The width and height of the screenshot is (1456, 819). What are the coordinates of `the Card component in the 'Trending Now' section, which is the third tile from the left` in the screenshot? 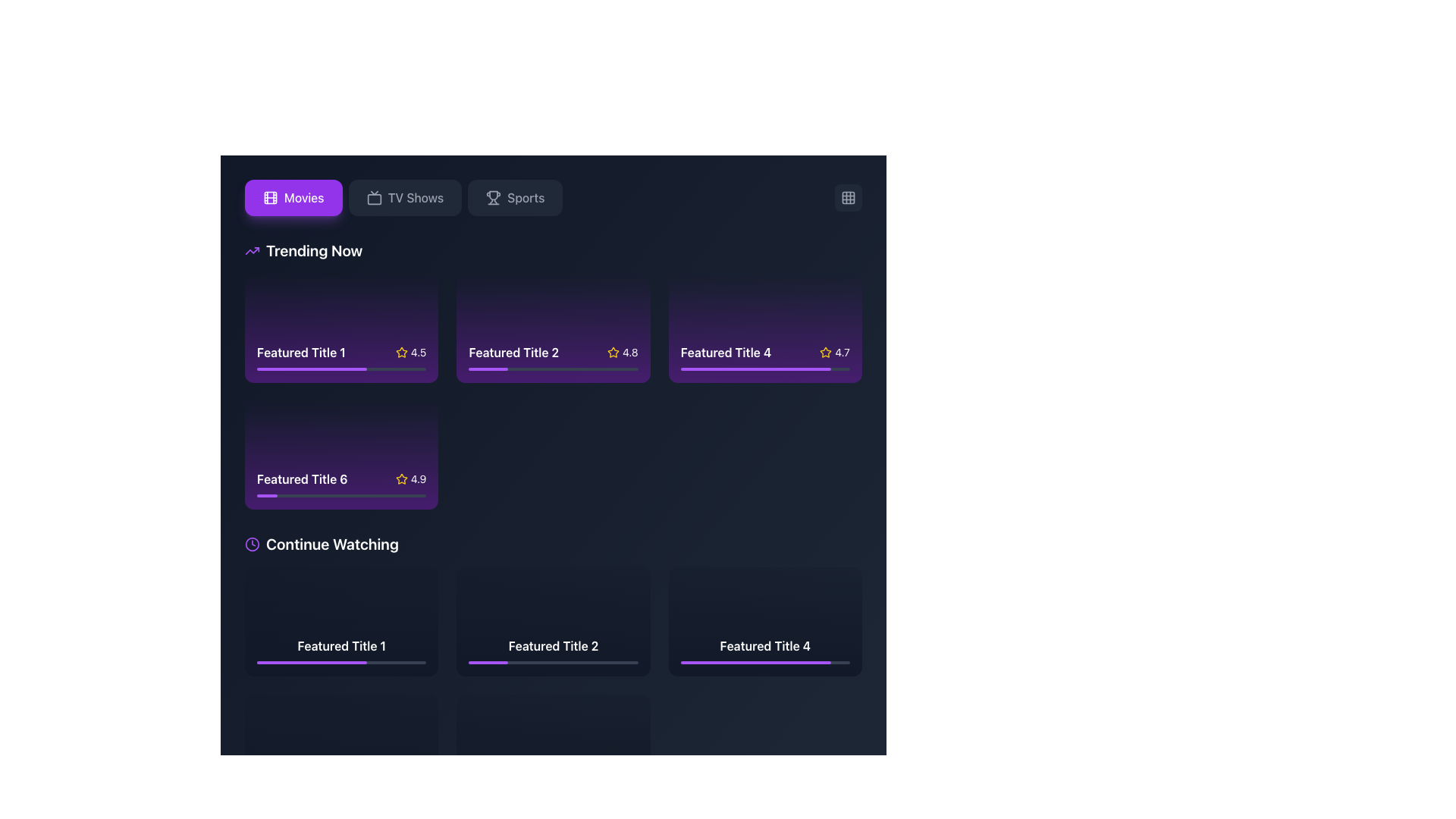 It's located at (765, 356).